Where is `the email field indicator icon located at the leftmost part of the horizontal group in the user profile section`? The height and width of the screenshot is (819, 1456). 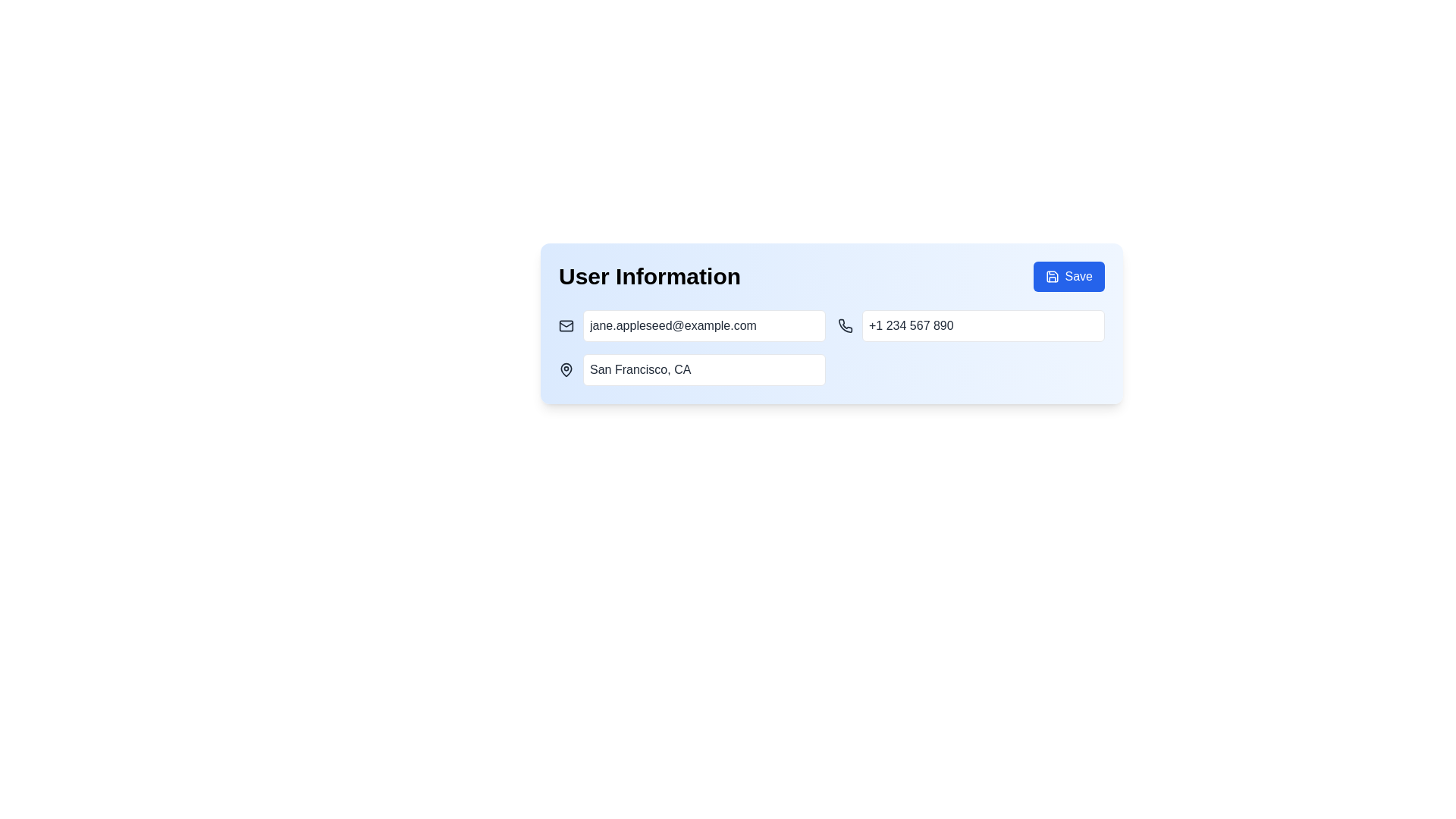 the email field indicator icon located at the leftmost part of the horizontal group in the user profile section is located at coordinates (566, 325).